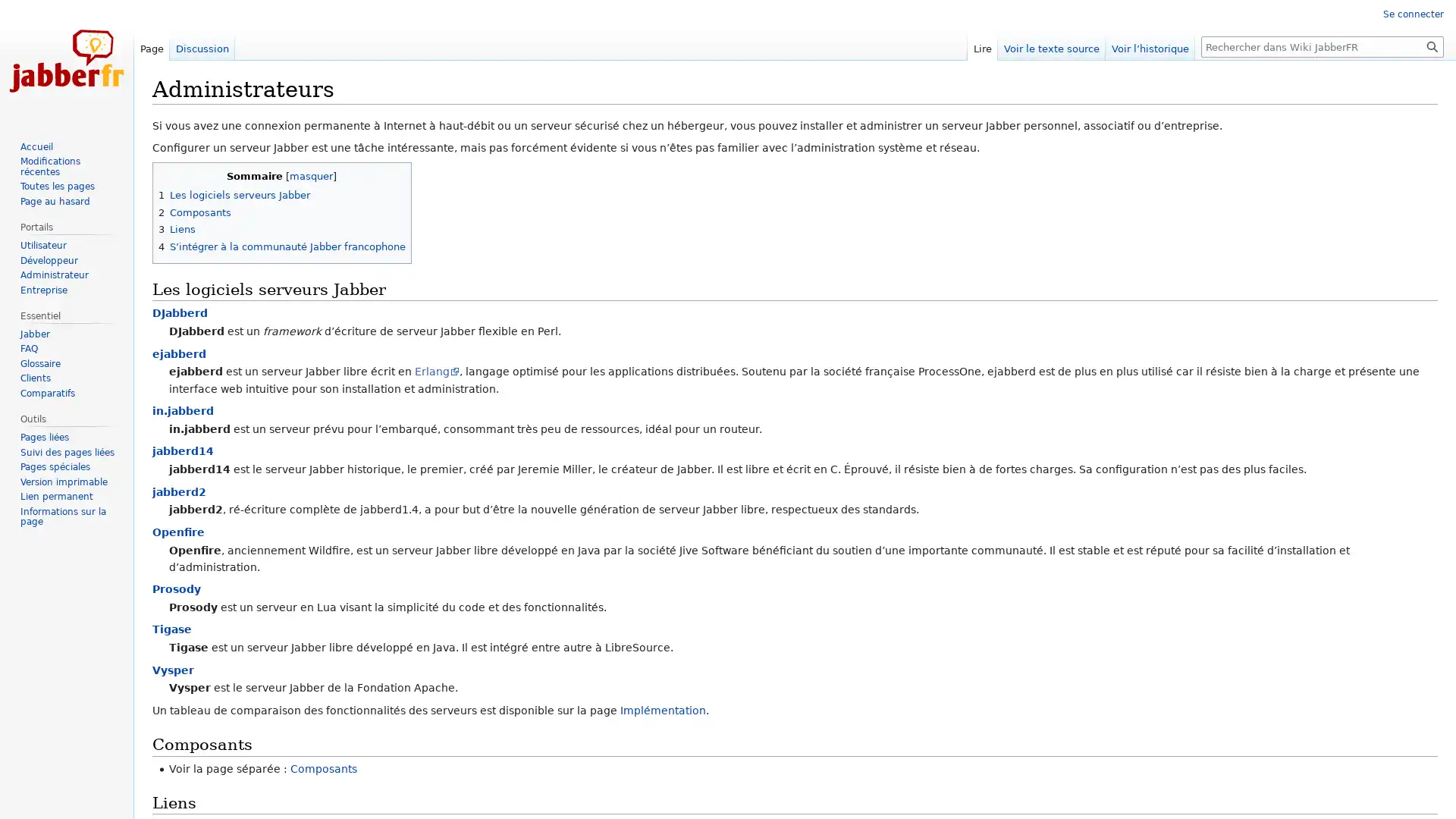 The width and height of the screenshot is (1456, 819). Describe the element at coordinates (1432, 45) in the screenshot. I see `Lire` at that location.